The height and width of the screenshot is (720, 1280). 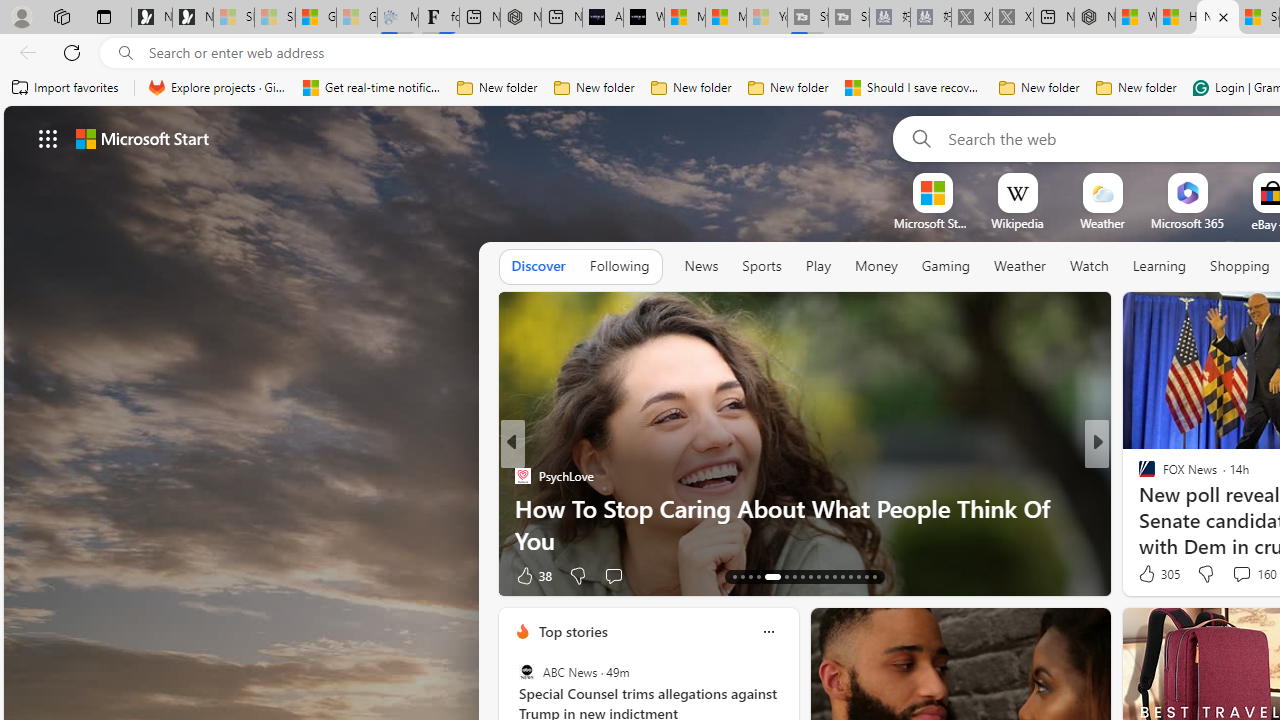 I want to click on 'New folder', so click(x=1136, y=87).